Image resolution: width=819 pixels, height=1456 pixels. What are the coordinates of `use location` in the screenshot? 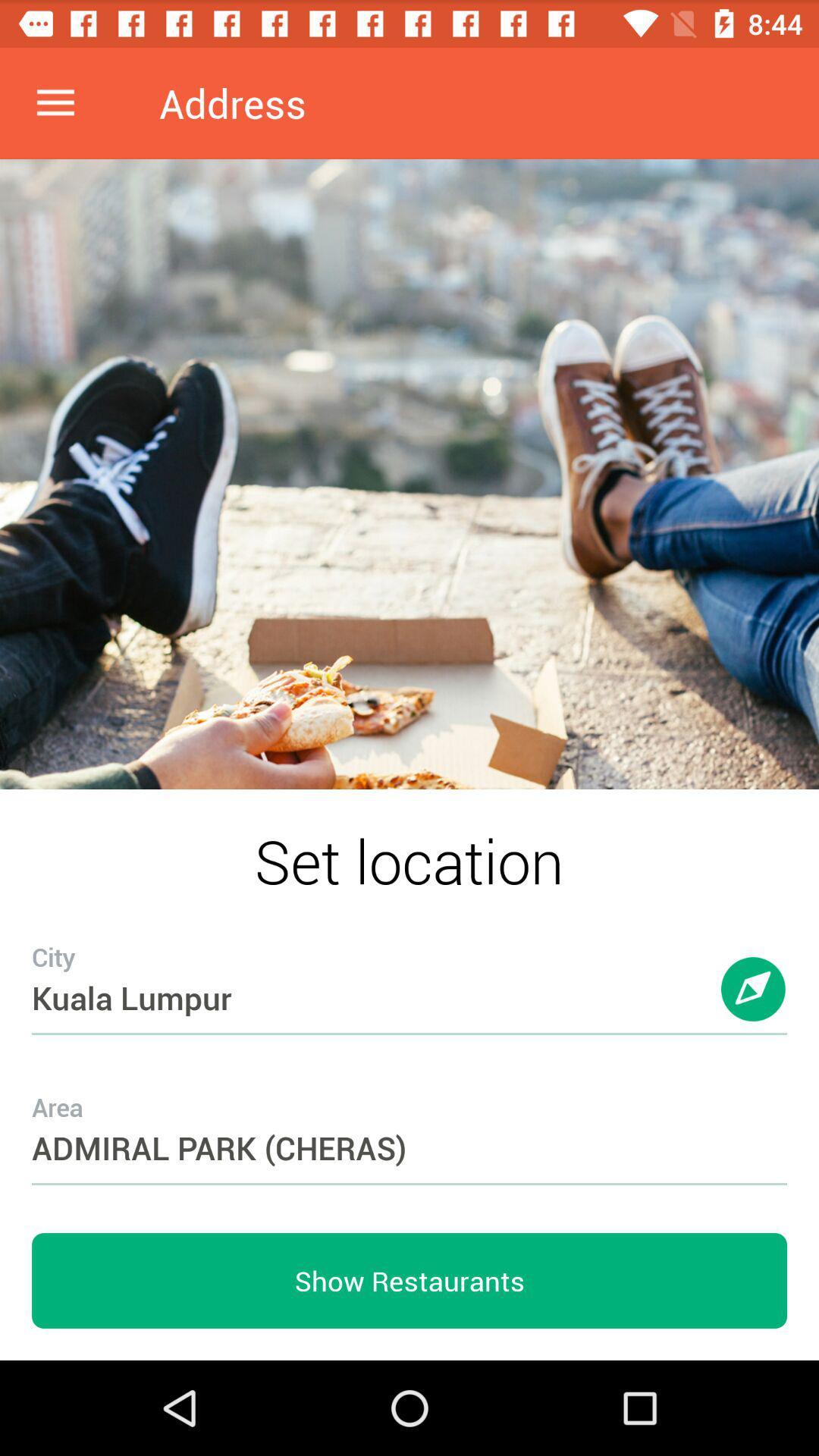 It's located at (754, 1004).